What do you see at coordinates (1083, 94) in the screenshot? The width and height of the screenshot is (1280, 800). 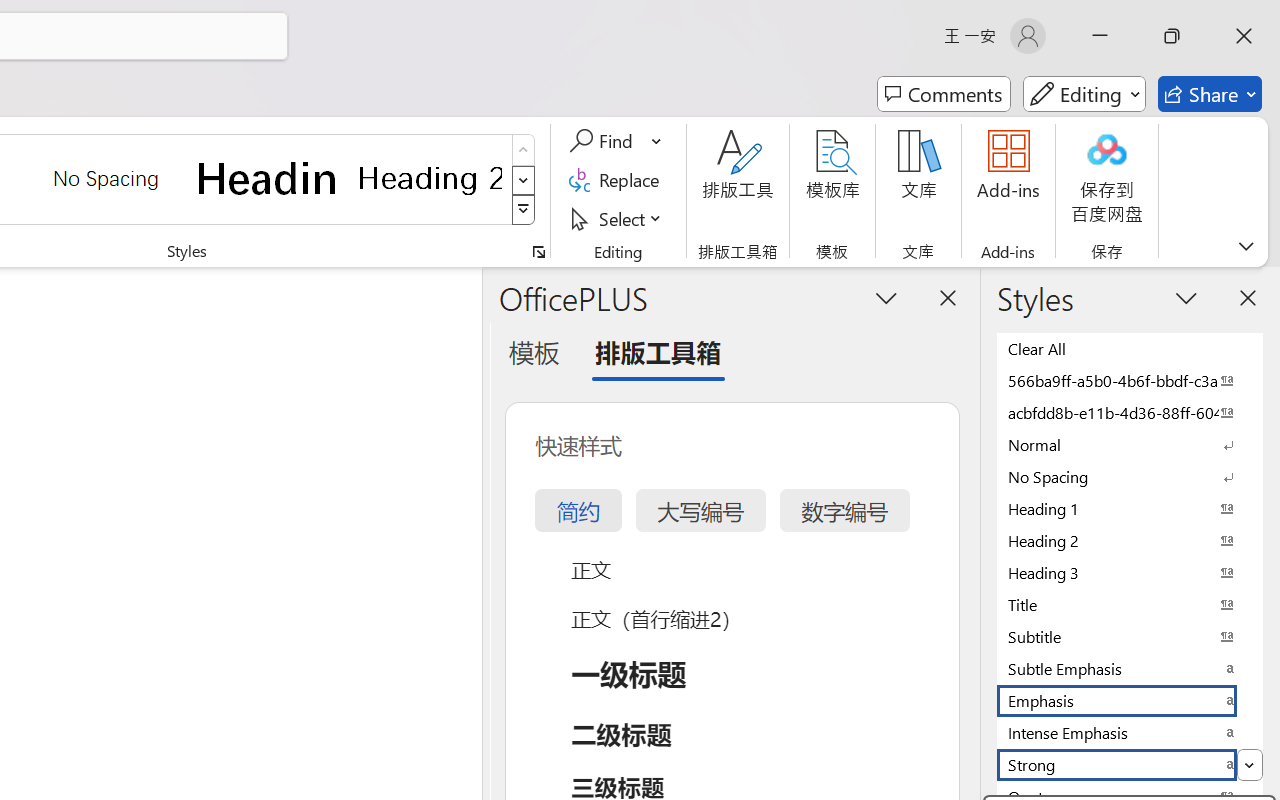 I see `'Mode'` at bounding box center [1083, 94].